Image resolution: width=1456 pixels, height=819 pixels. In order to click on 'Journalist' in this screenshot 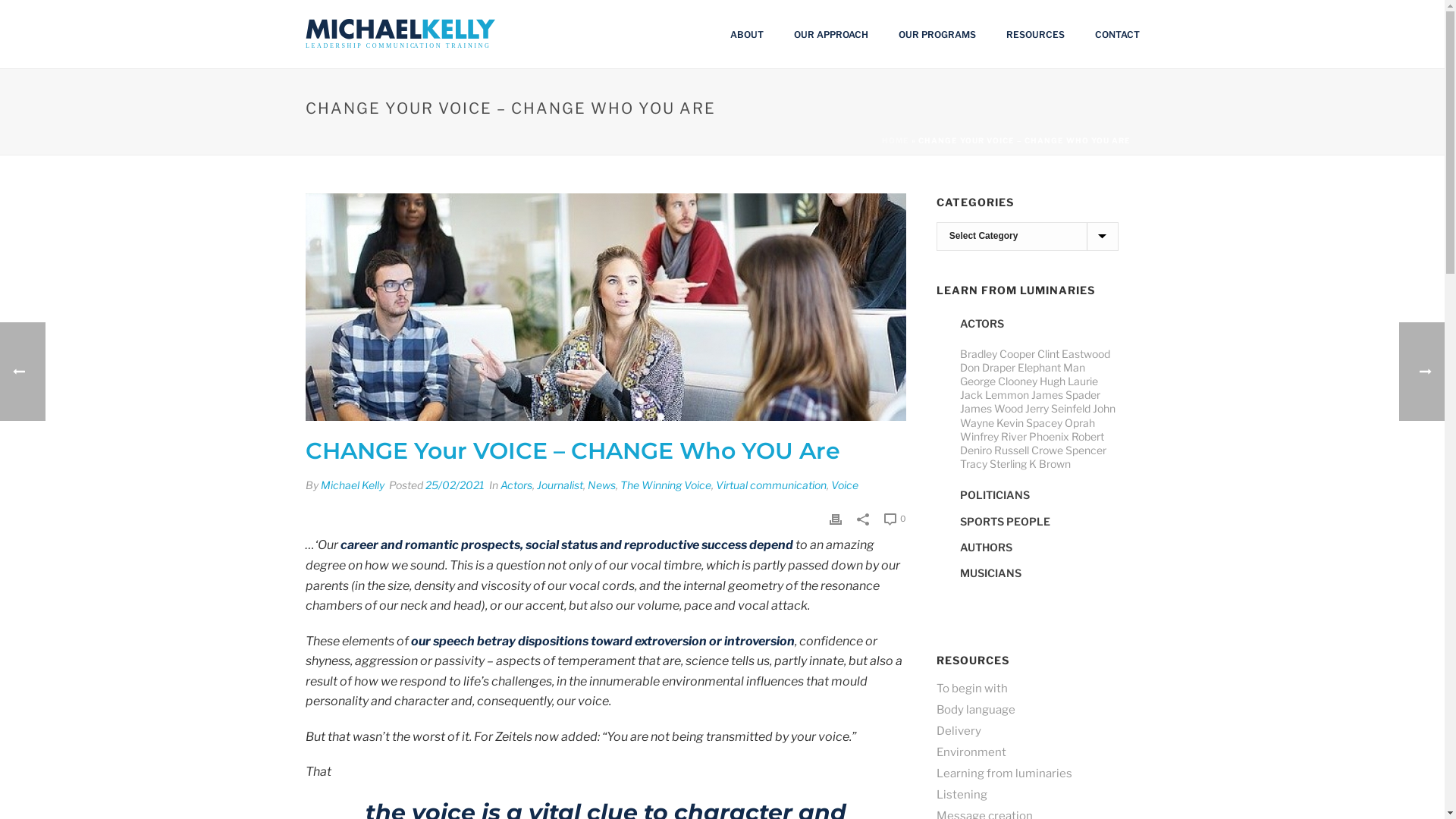, I will do `click(559, 485)`.